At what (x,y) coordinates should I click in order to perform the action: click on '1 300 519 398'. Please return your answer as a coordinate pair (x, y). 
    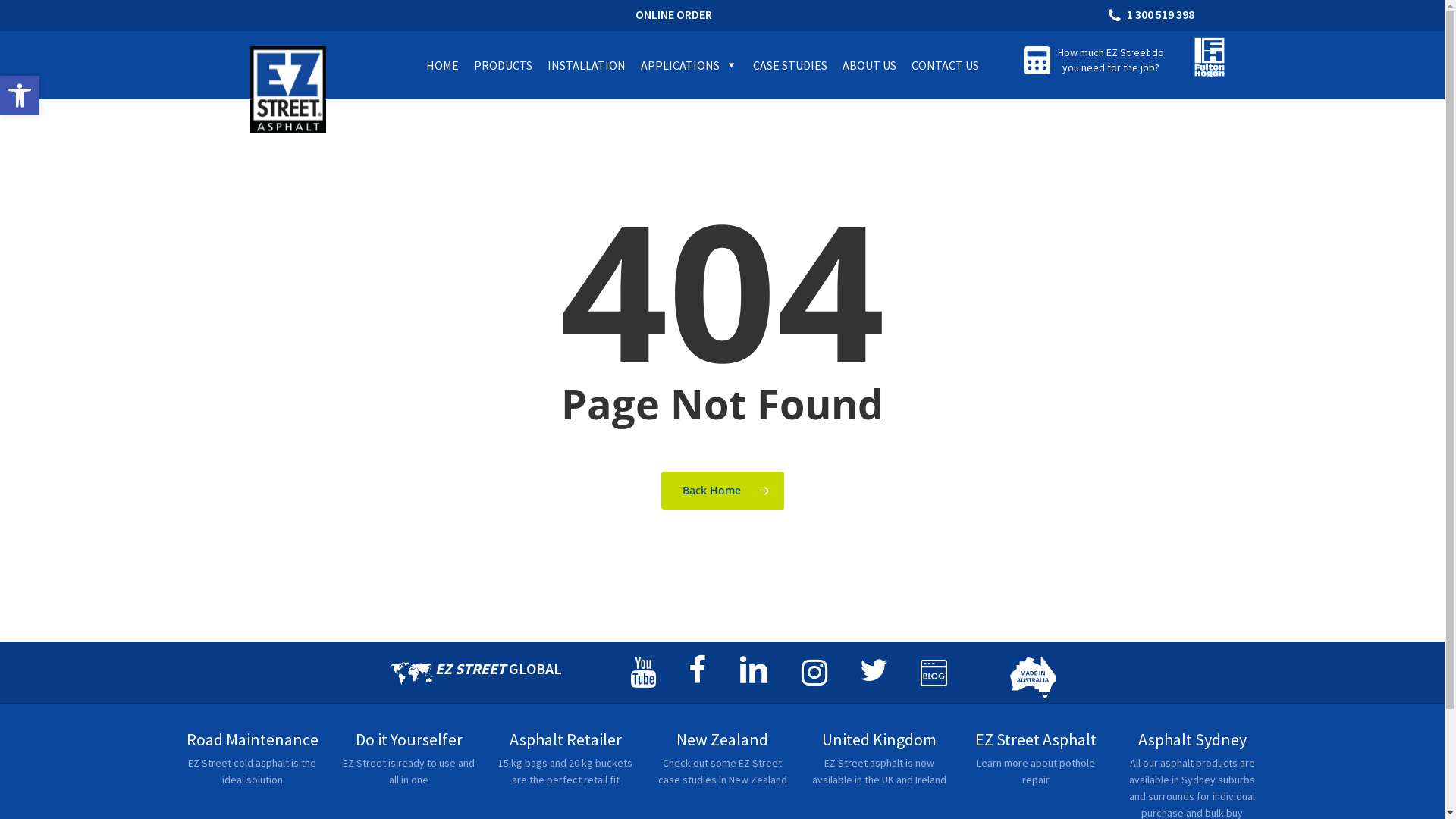
    Looking at the image, I should click on (1153, 14).